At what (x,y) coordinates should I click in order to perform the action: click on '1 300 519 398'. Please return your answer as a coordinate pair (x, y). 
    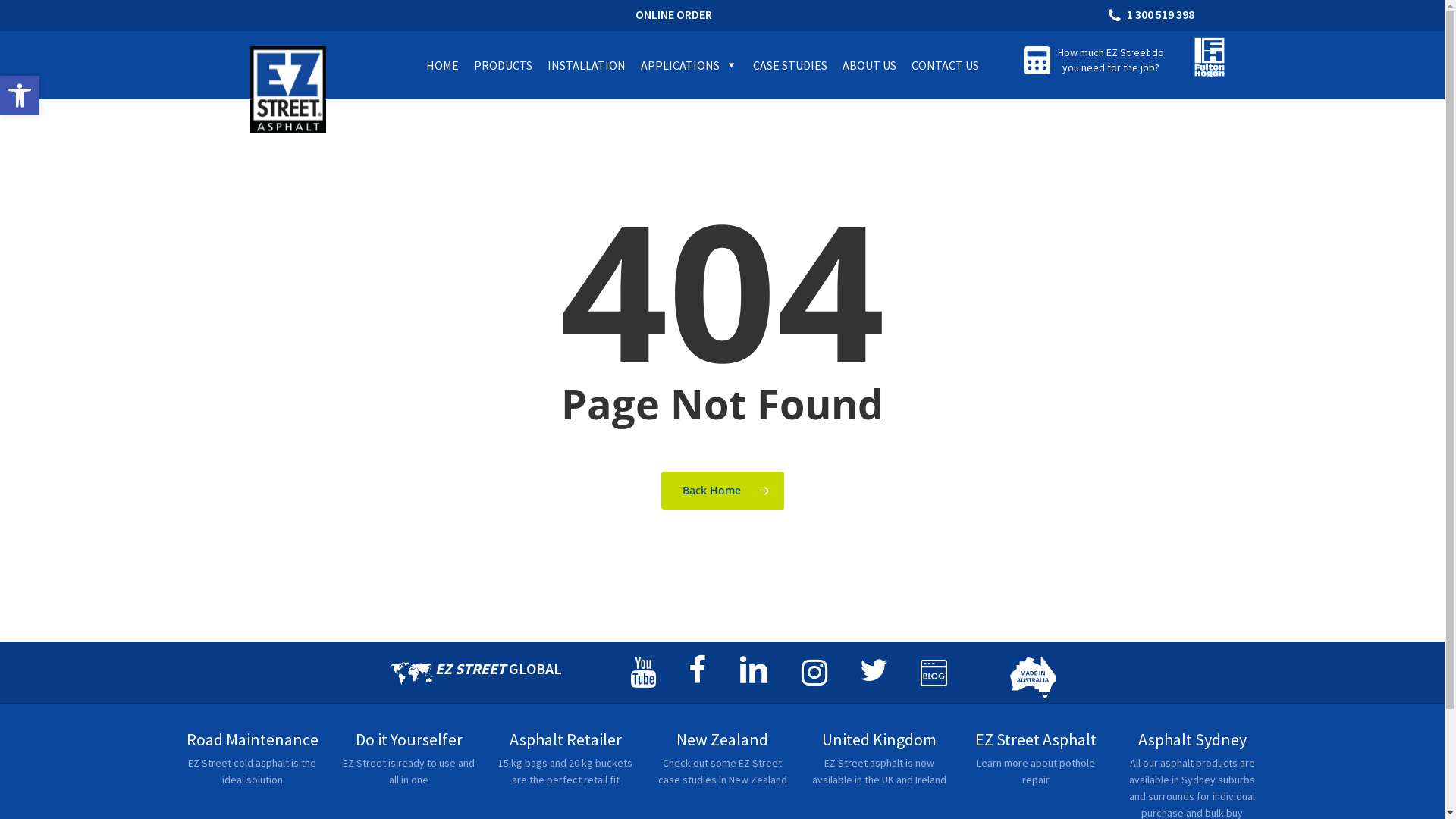
    Looking at the image, I should click on (1153, 14).